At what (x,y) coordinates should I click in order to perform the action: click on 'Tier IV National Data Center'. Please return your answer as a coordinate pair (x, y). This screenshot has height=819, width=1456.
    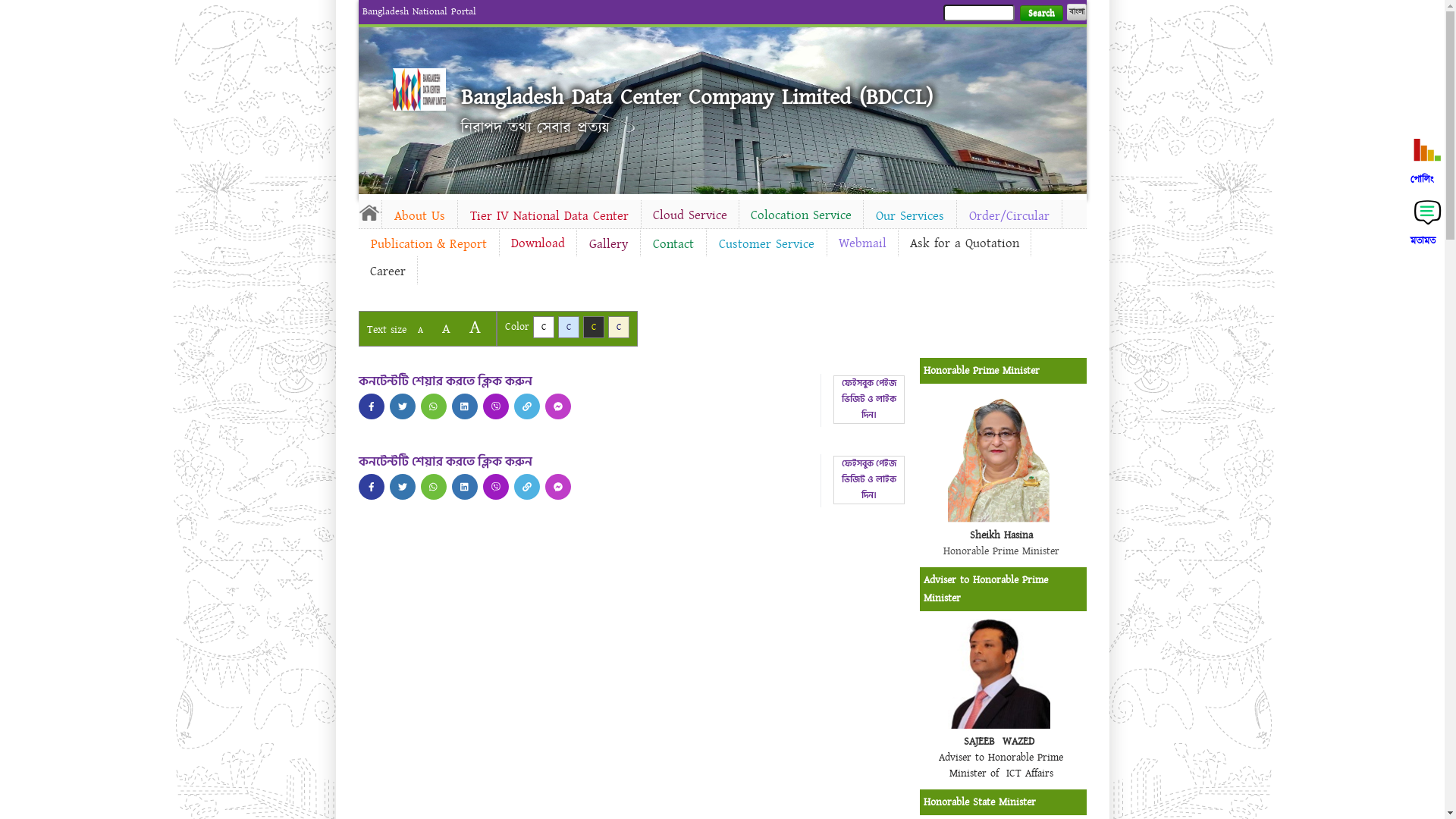
    Looking at the image, I should click on (548, 216).